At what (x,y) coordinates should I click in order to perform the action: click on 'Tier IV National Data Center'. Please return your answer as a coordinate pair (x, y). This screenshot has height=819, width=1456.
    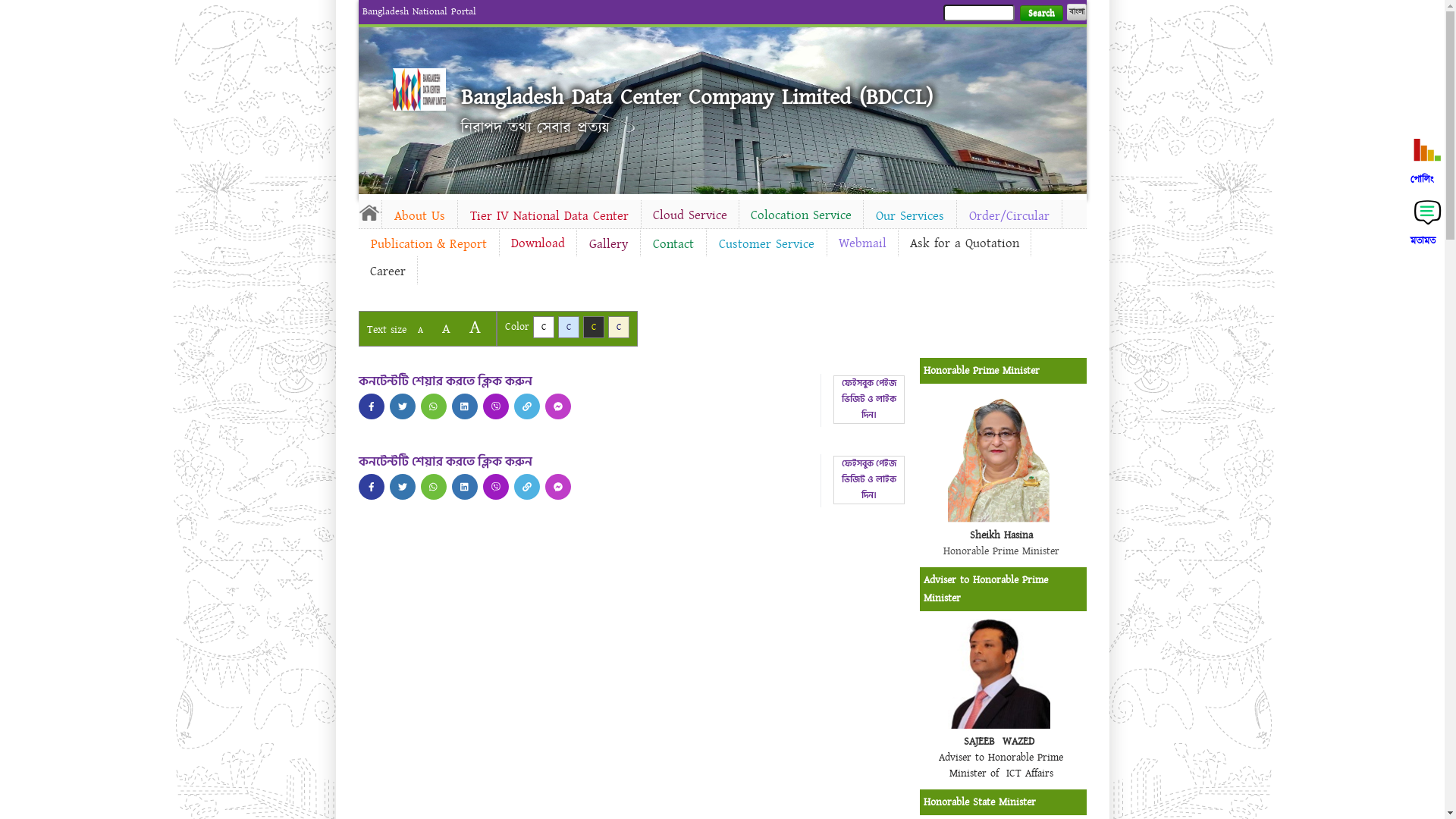
    Looking at the image, I should click on (548, 216).